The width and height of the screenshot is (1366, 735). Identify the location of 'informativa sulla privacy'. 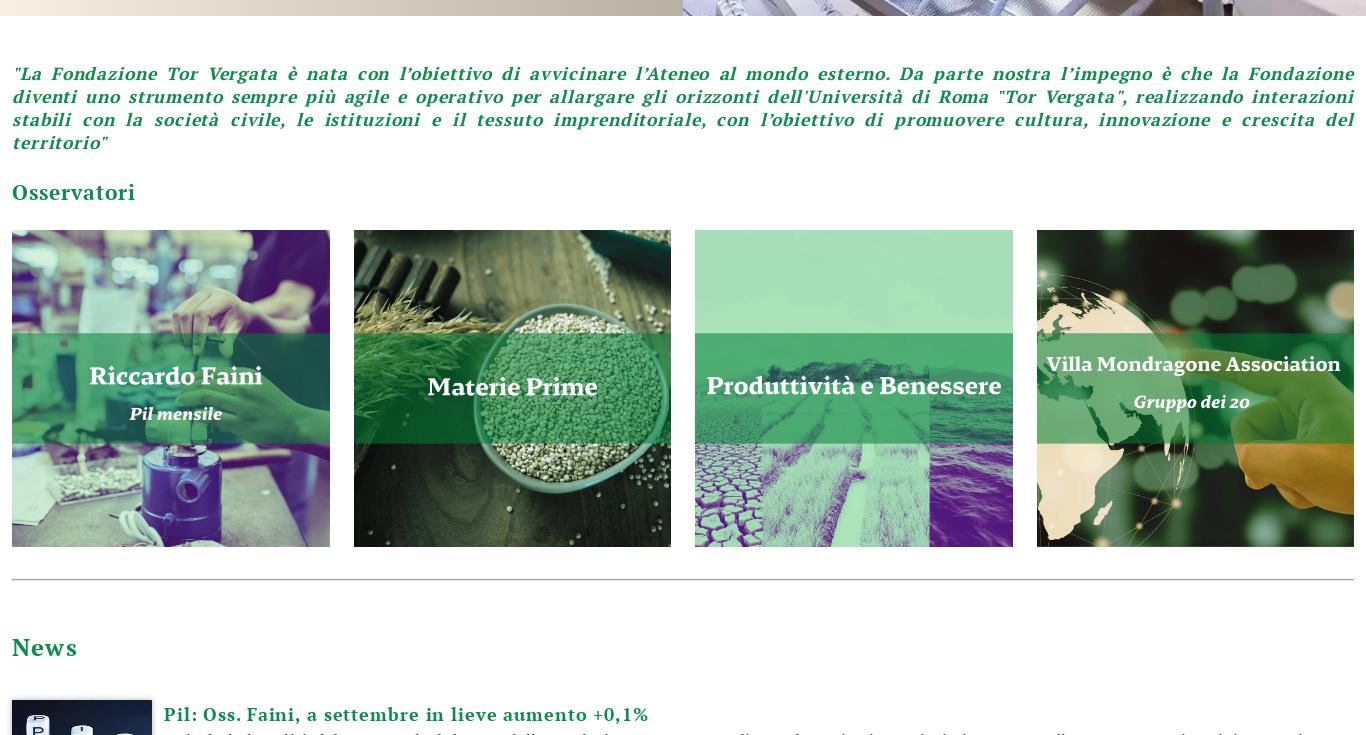
(831, 134).